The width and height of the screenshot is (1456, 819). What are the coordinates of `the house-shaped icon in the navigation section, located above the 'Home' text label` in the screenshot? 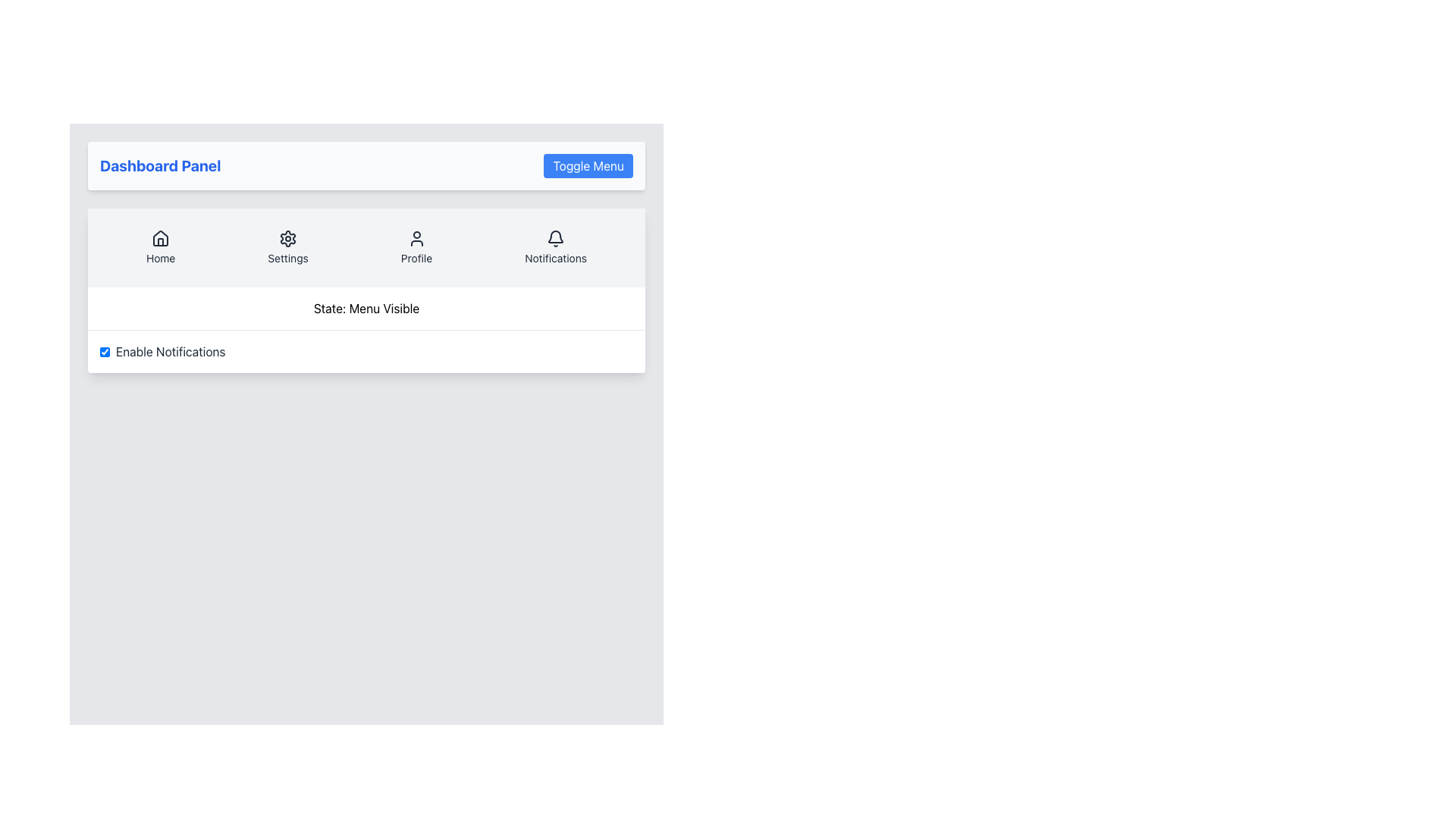 It's located at (161, 239).